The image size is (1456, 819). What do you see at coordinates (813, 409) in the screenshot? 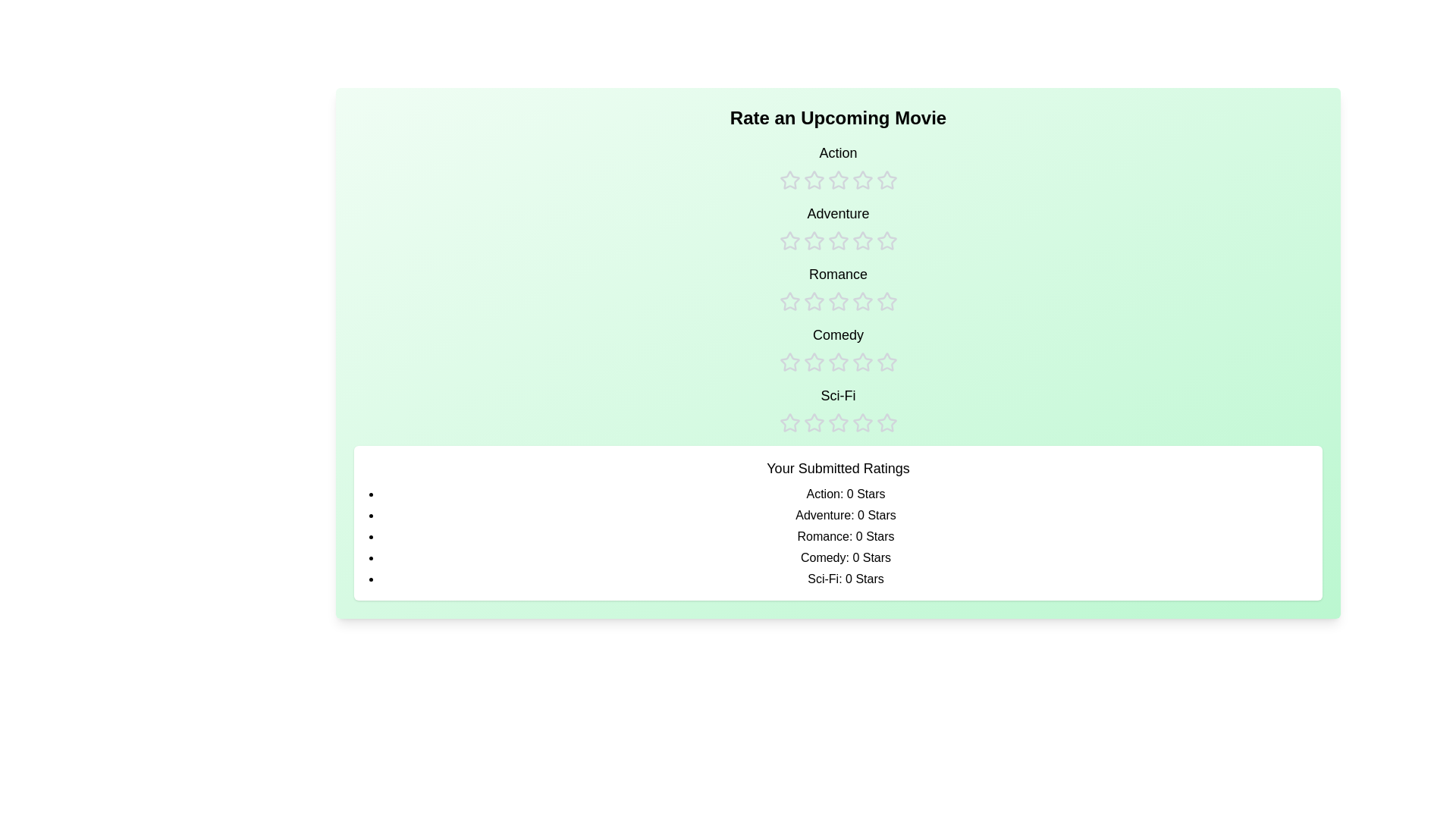
I see `the rating for the Sci-Fi category to 2 stars` at bounding box center [813, 409].